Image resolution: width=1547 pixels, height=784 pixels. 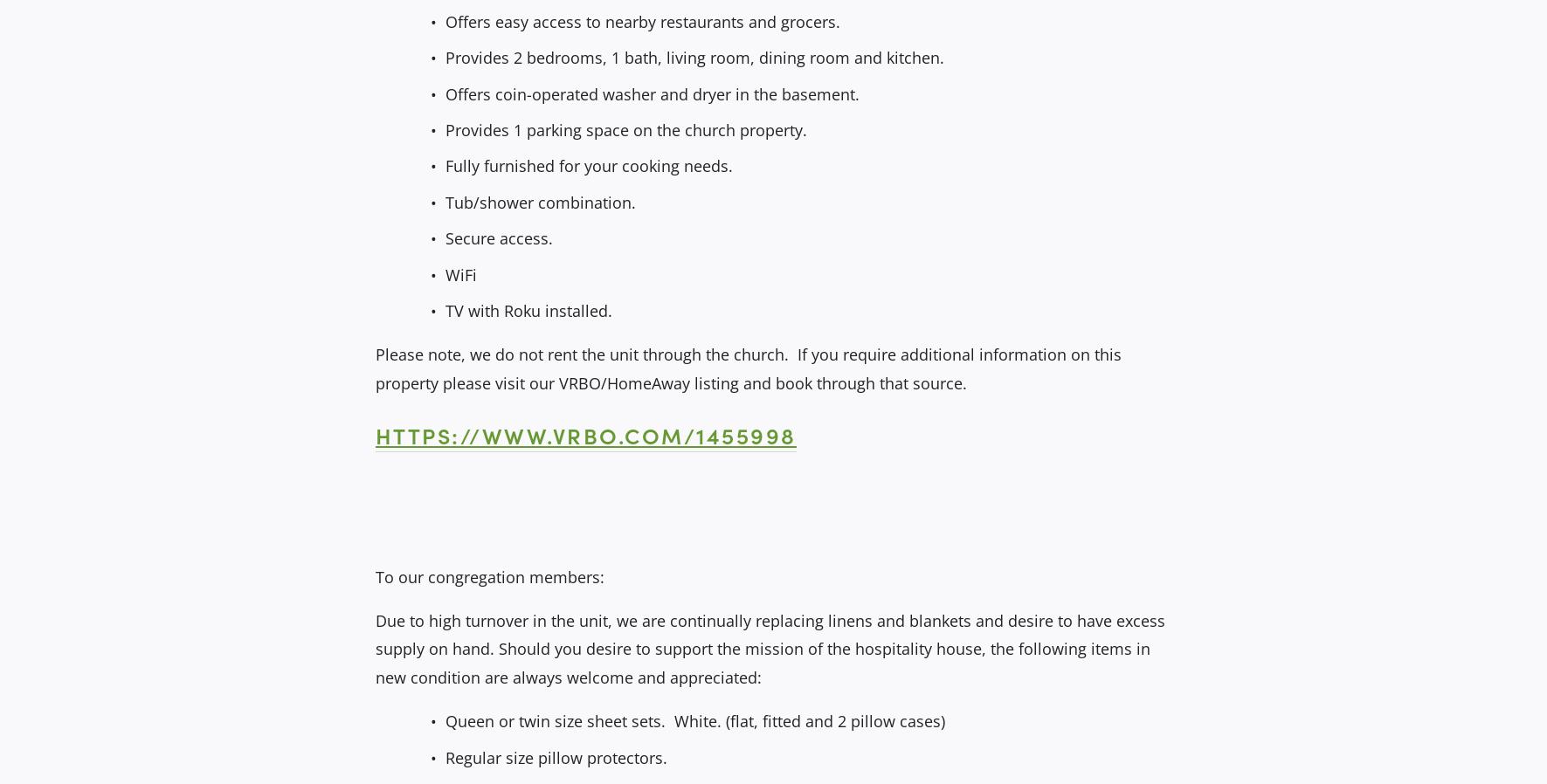 I want to click on 'TV with Roku installed.', so click(x=528, y=309).